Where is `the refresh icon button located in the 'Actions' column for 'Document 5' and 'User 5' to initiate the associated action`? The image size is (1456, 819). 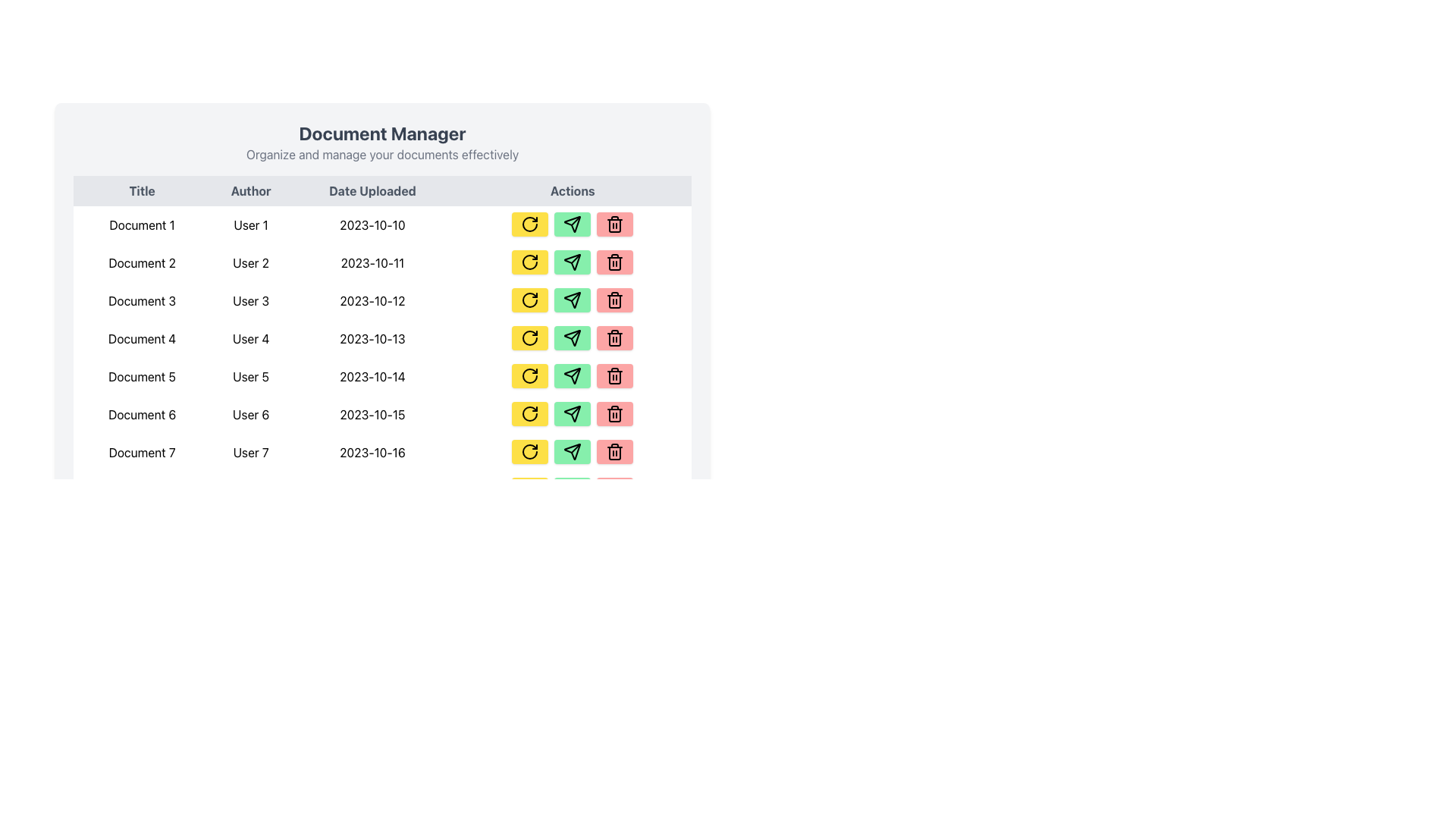 the refresh icon button located in the 'Actions' column for 'Document 5' and 'User 5' to initiate the associated action is located at coordinates (530, 375).